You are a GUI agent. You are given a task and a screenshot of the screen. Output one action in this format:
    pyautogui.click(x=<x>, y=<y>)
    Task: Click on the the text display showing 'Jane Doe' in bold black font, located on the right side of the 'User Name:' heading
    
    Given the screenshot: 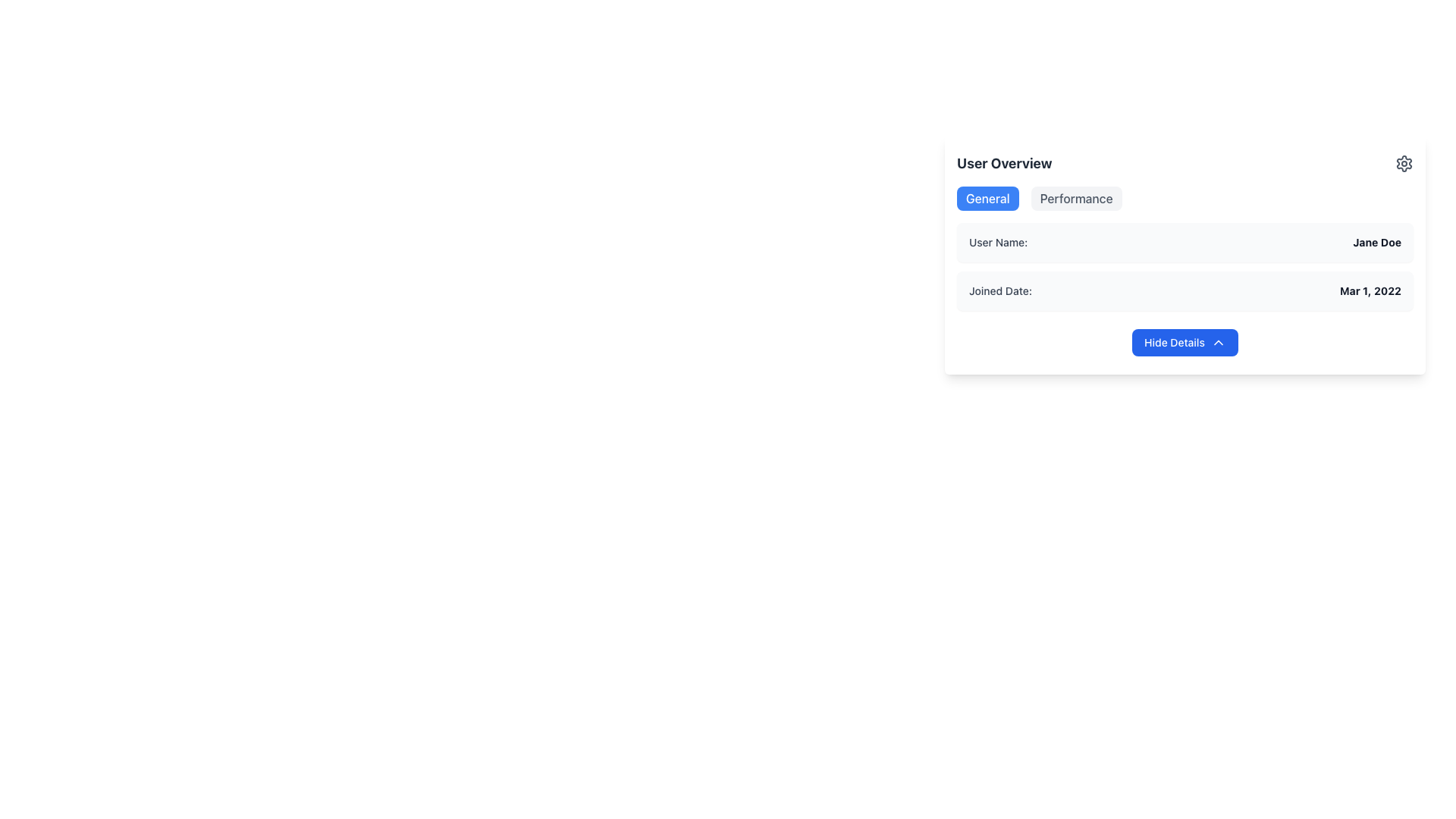 What is the action you would take?
    pyautogui.click(x=1377, y=242)
    